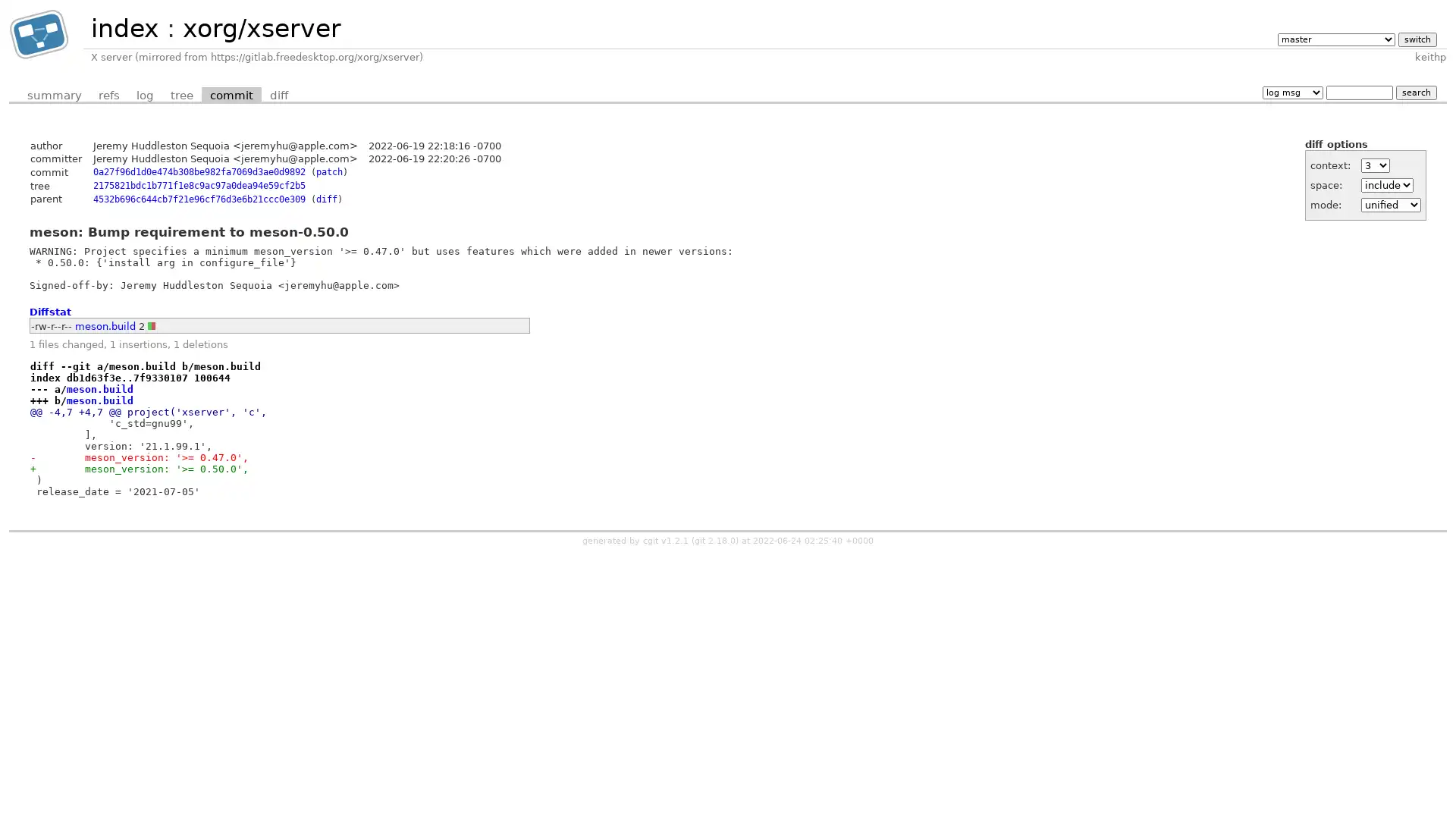 The width and height of the screenshot is (1456, 819). Describe the element at coordinates (1416, 38) in the screenshot. I see `switch` at that location.